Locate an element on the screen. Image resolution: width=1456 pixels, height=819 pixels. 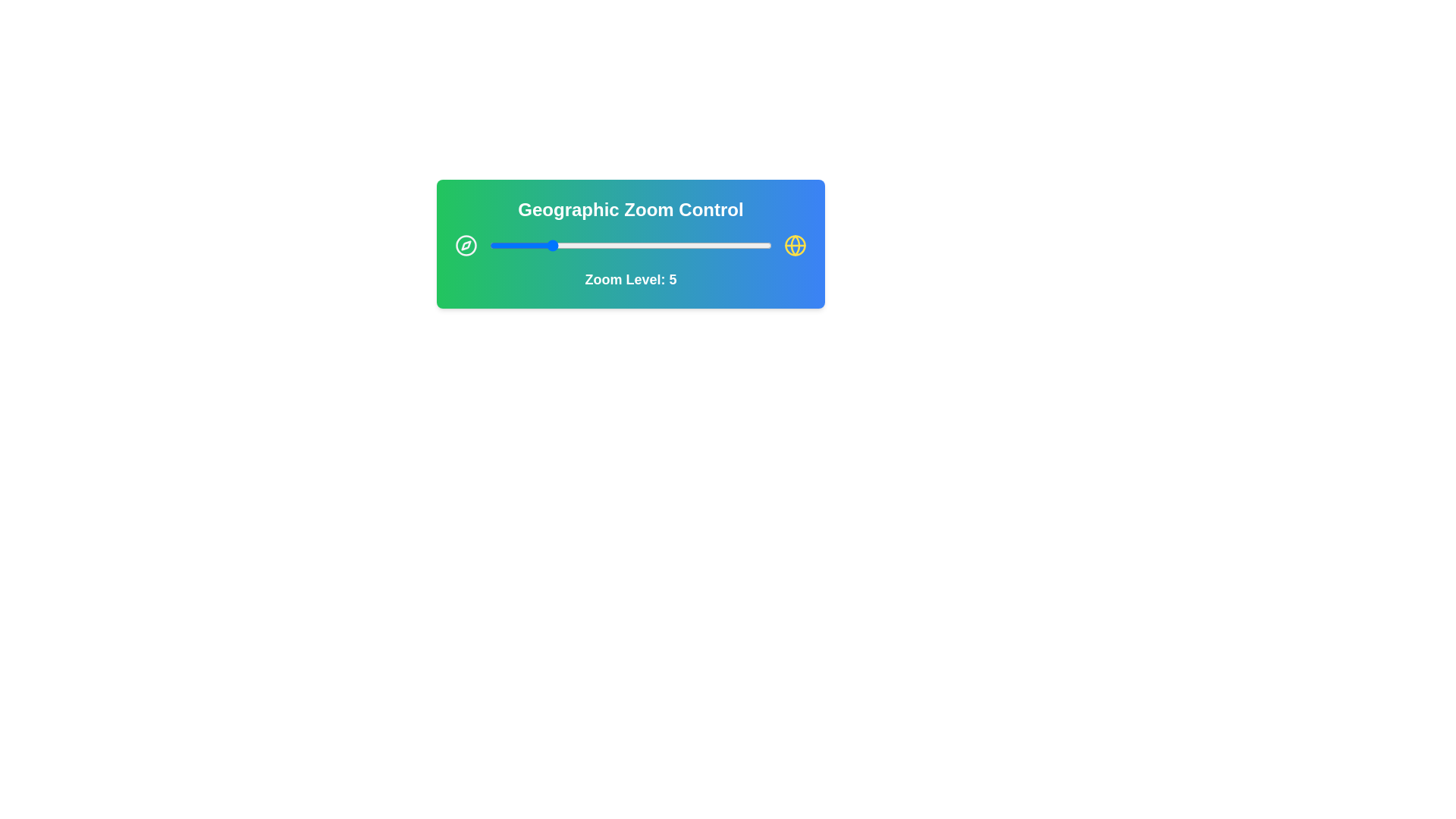
the zoom level to 4 by interacting with the slider is located at coordinates (534, 245).